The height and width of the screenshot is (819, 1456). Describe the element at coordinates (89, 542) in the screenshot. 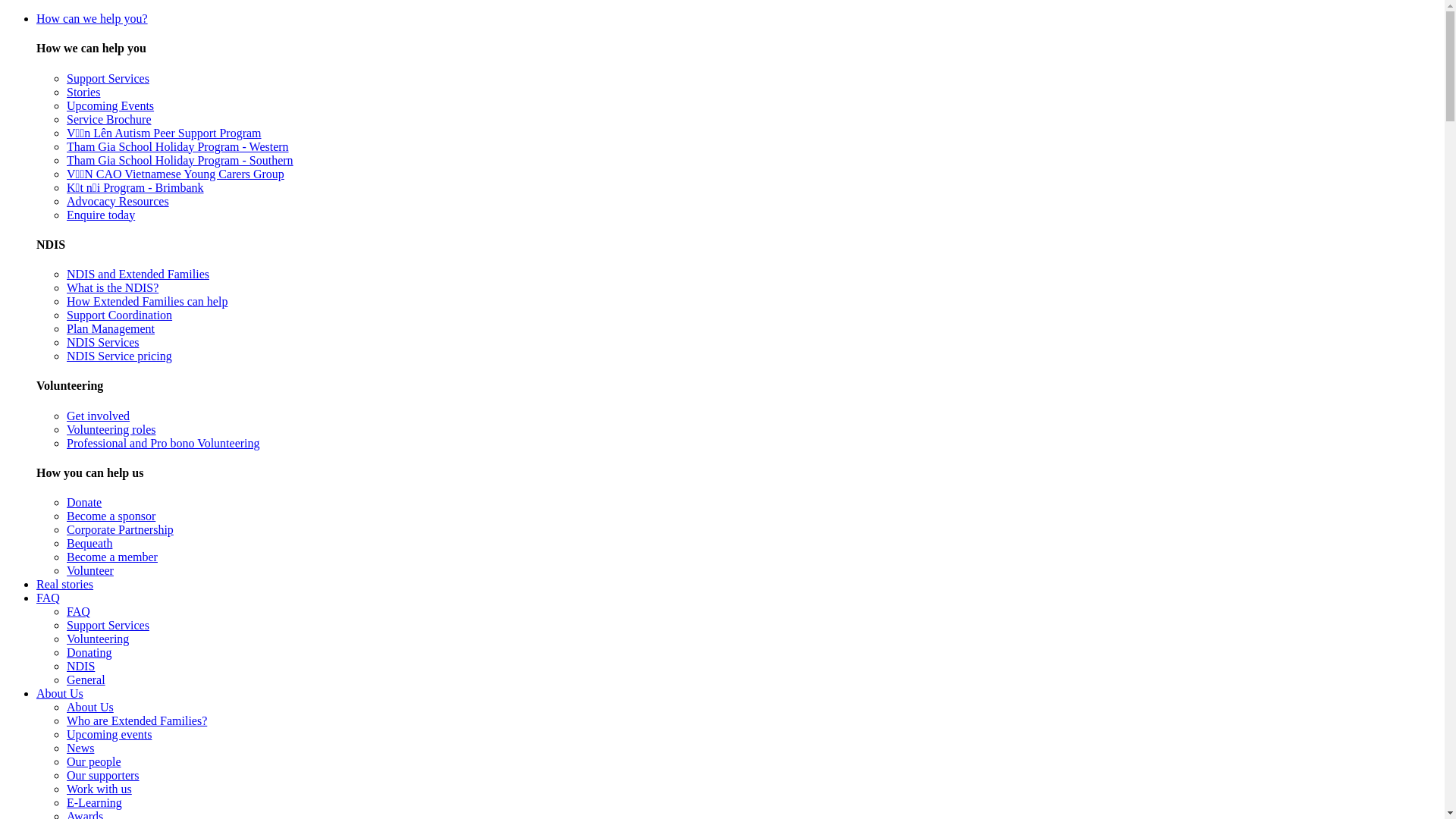

I see `'Bequeath'` at that location.